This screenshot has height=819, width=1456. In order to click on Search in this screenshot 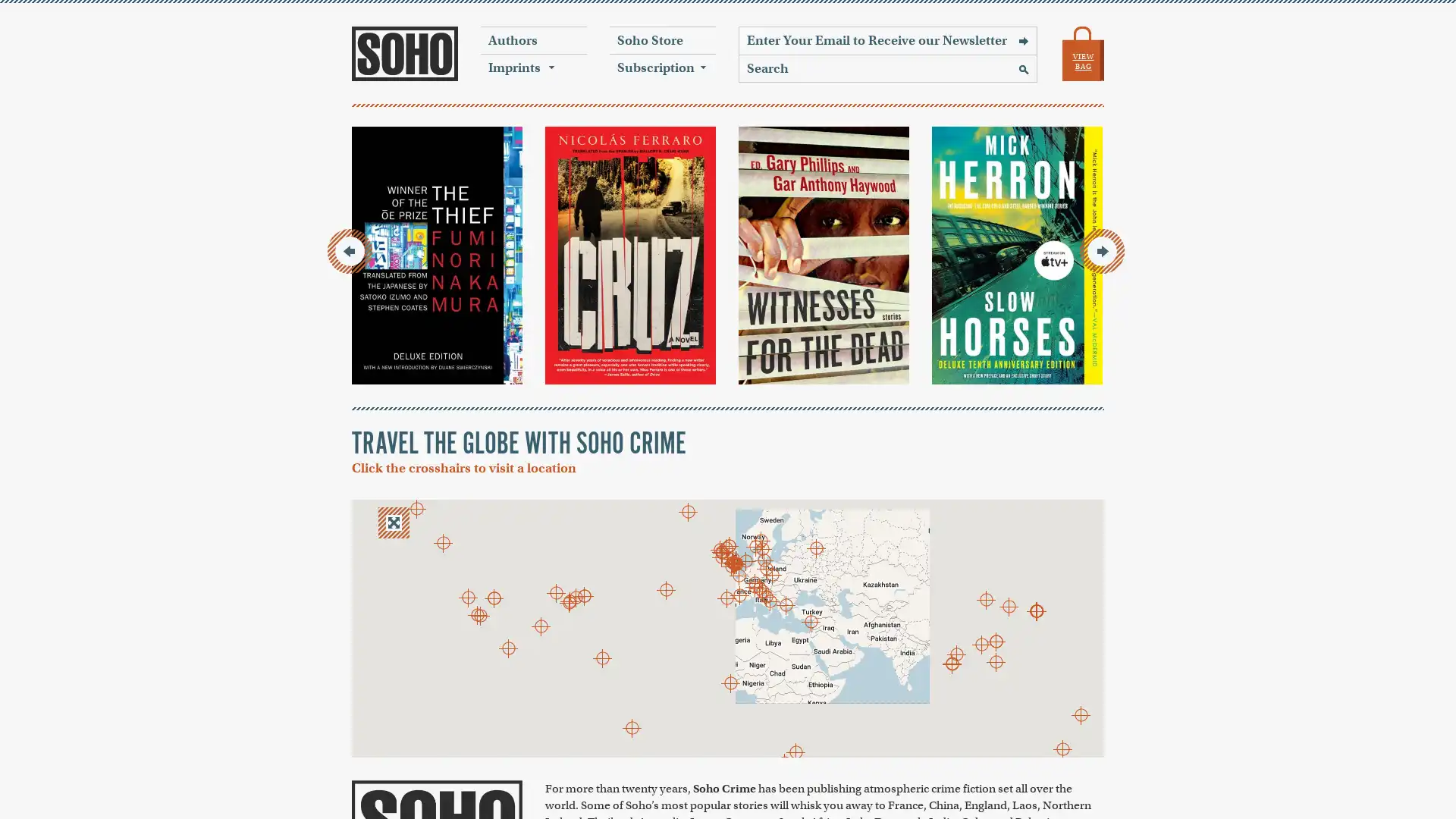, I will do `click(1023, 67)`.